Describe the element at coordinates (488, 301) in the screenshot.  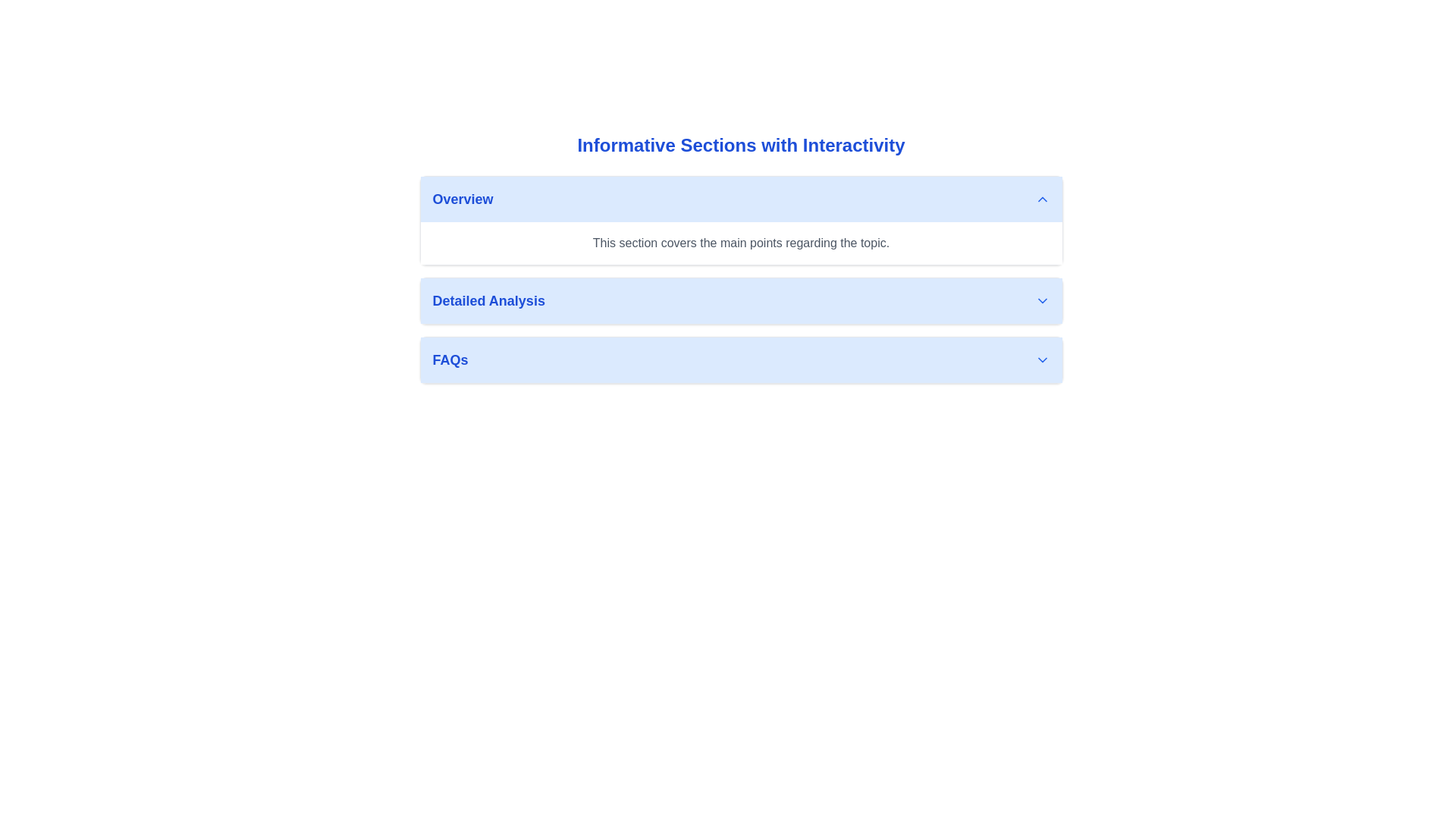
I see `the 'Detailed Analysis' text link` at that location.